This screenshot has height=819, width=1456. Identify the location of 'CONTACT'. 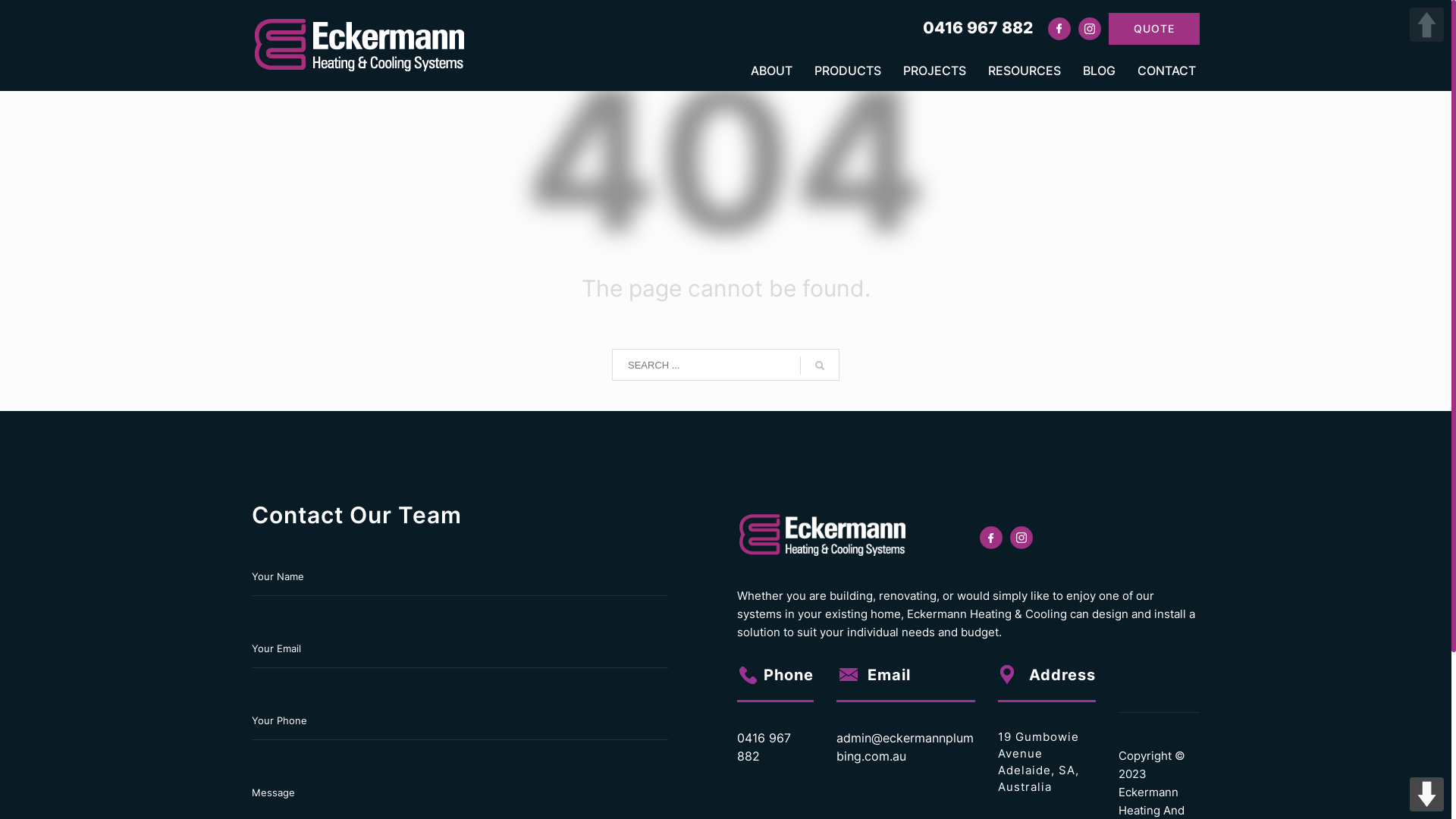
(1161, 70).